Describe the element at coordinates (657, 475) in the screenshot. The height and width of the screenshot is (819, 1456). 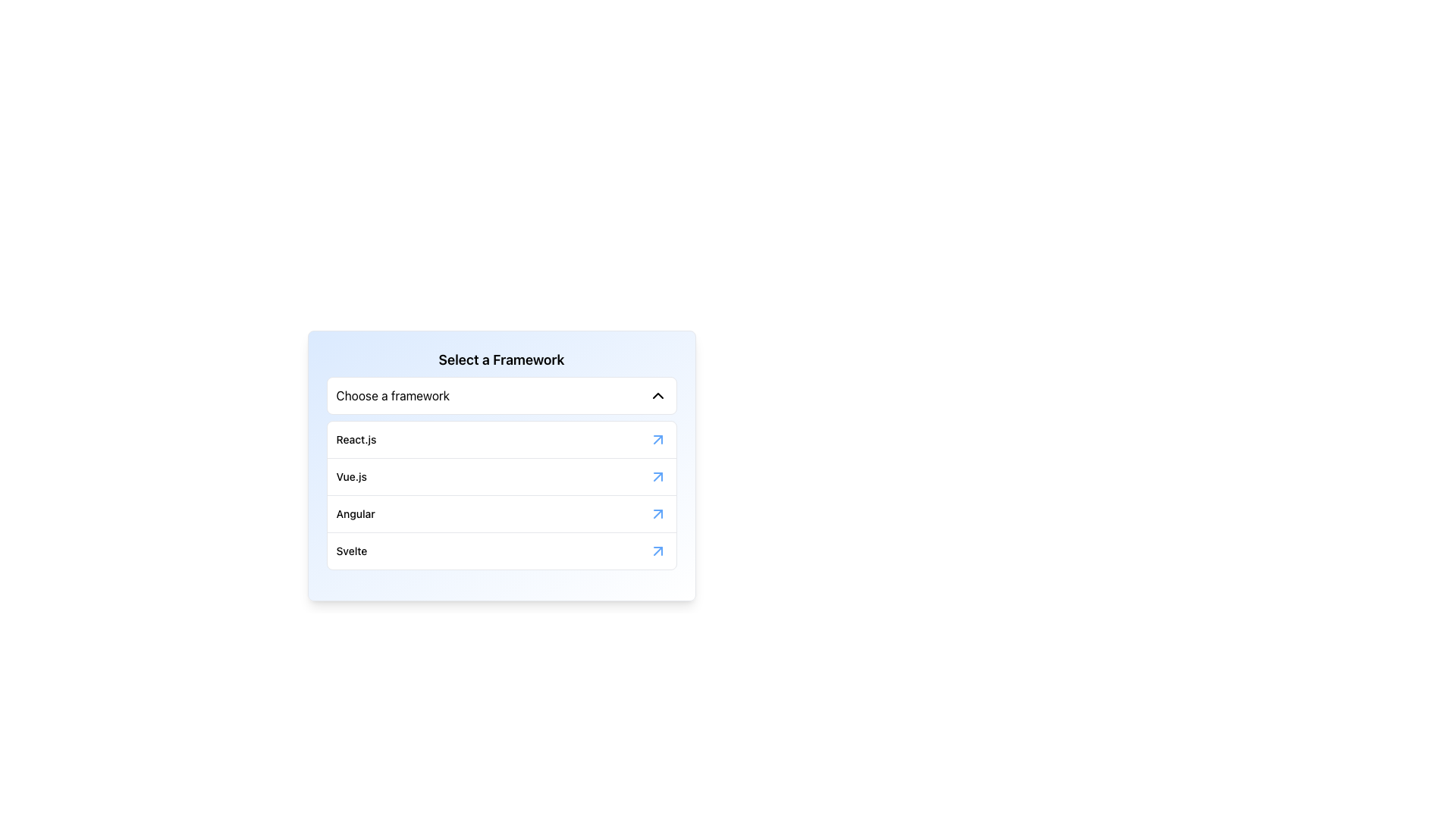
I see `the blue arrow icon pointing up and to the right, which is located next to the 'Vue.js' text in the dropdown menu labeled 'Select a Framework'` at that location.